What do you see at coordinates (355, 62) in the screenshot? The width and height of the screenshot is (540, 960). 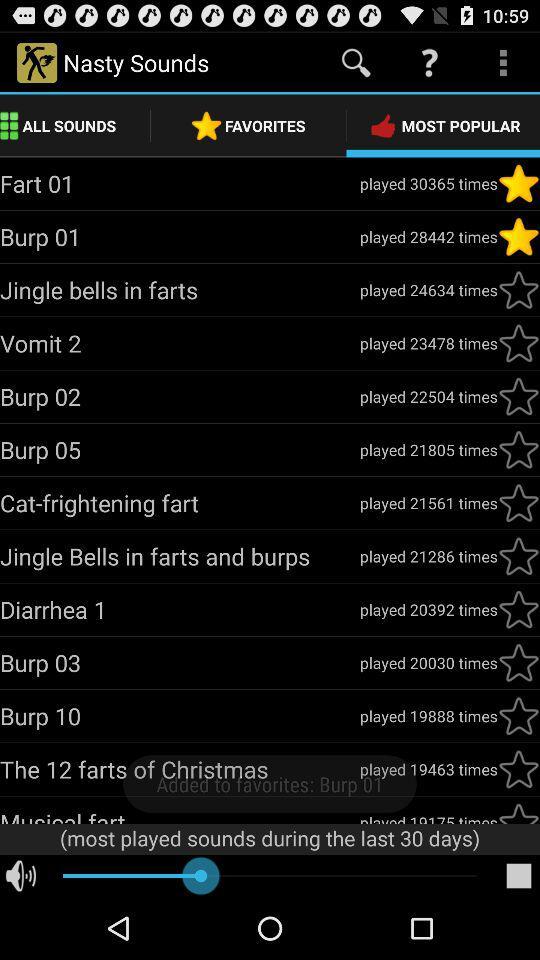 I see `the app to the right of nasty sounds icon` at bounding box center [355, 62].